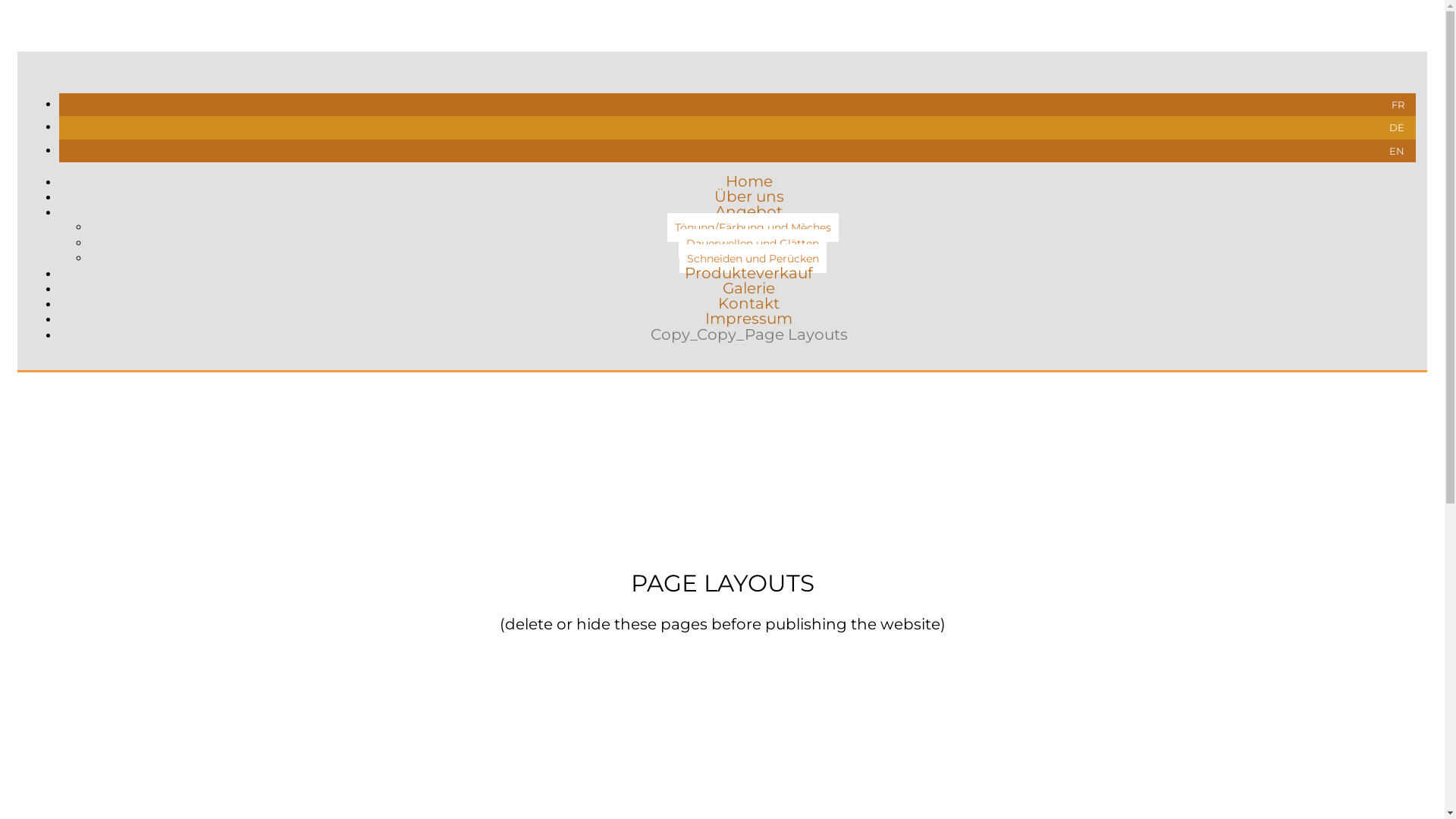 The width and height of the screenshot is (1456, 819). I want to click on 'Impressum', so click(748, 318).